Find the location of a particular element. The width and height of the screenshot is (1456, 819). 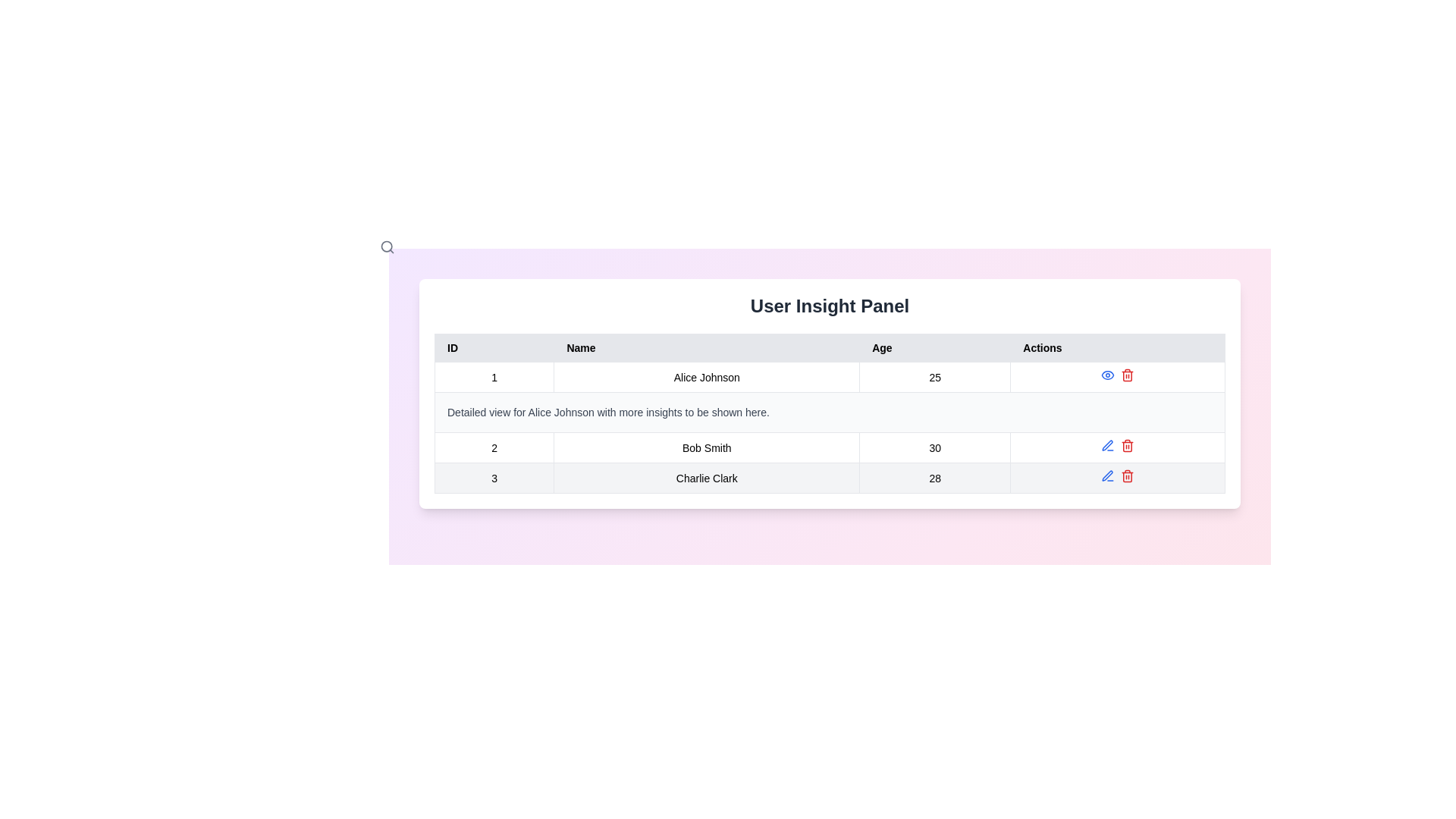

the blue eye icon button in the 'Actions' column of the table for Alice Johnson is located at coordinates (1108, 375).